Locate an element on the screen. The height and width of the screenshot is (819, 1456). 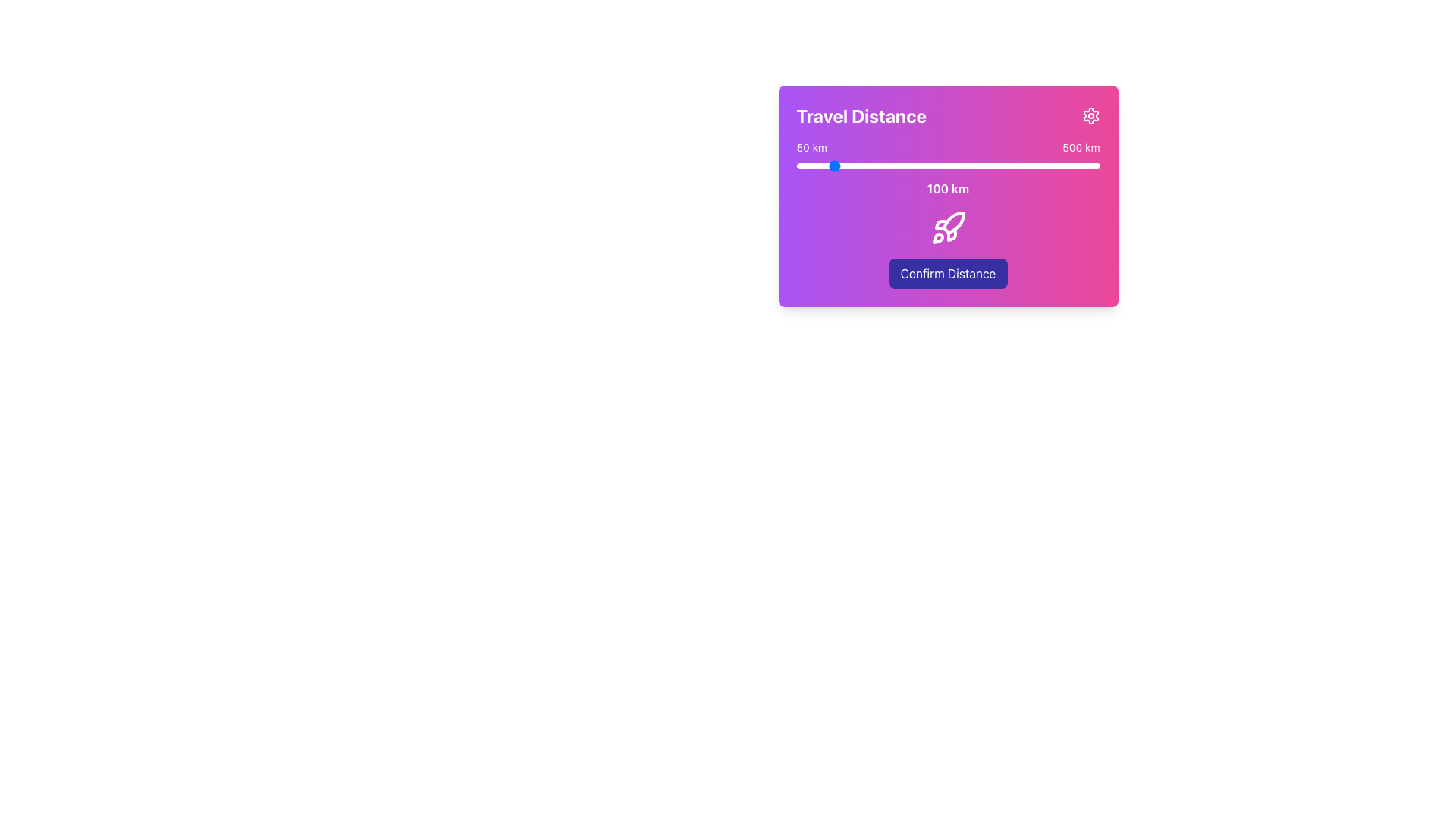
the travel distance is located at coordinates (1022, 166).